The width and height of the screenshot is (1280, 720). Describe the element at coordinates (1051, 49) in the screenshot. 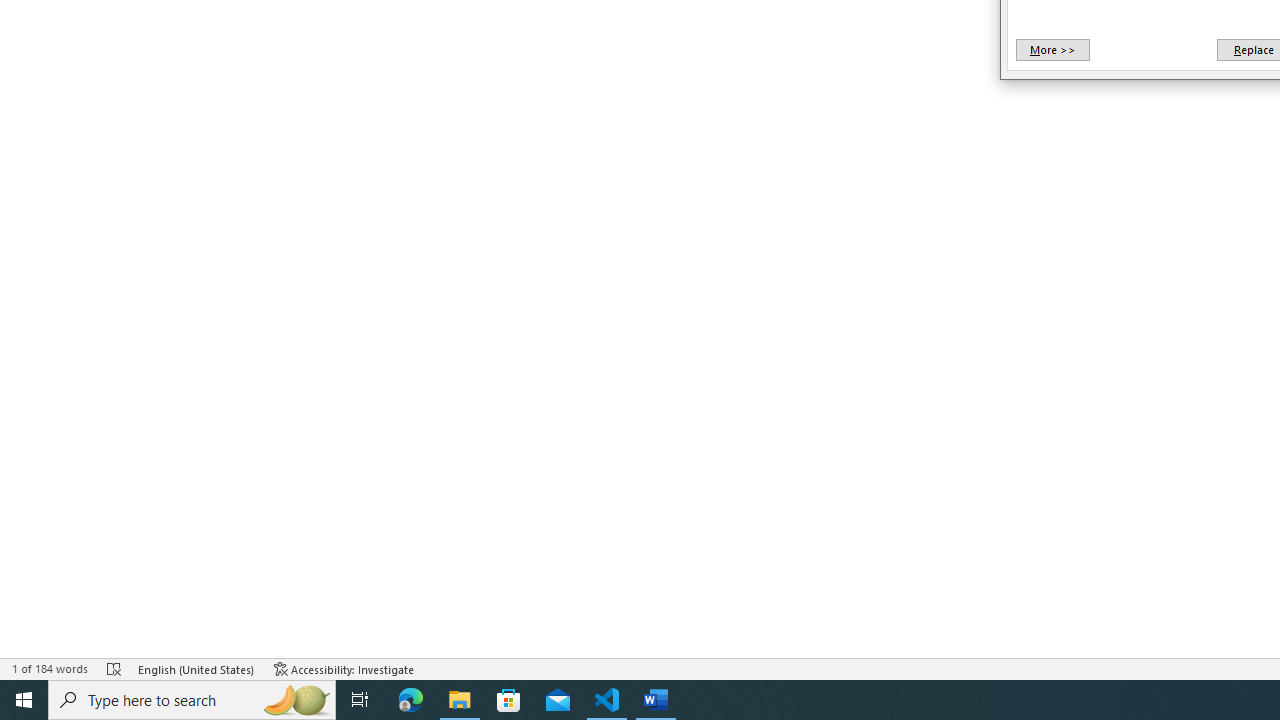

I see `'More >>'` at that location.